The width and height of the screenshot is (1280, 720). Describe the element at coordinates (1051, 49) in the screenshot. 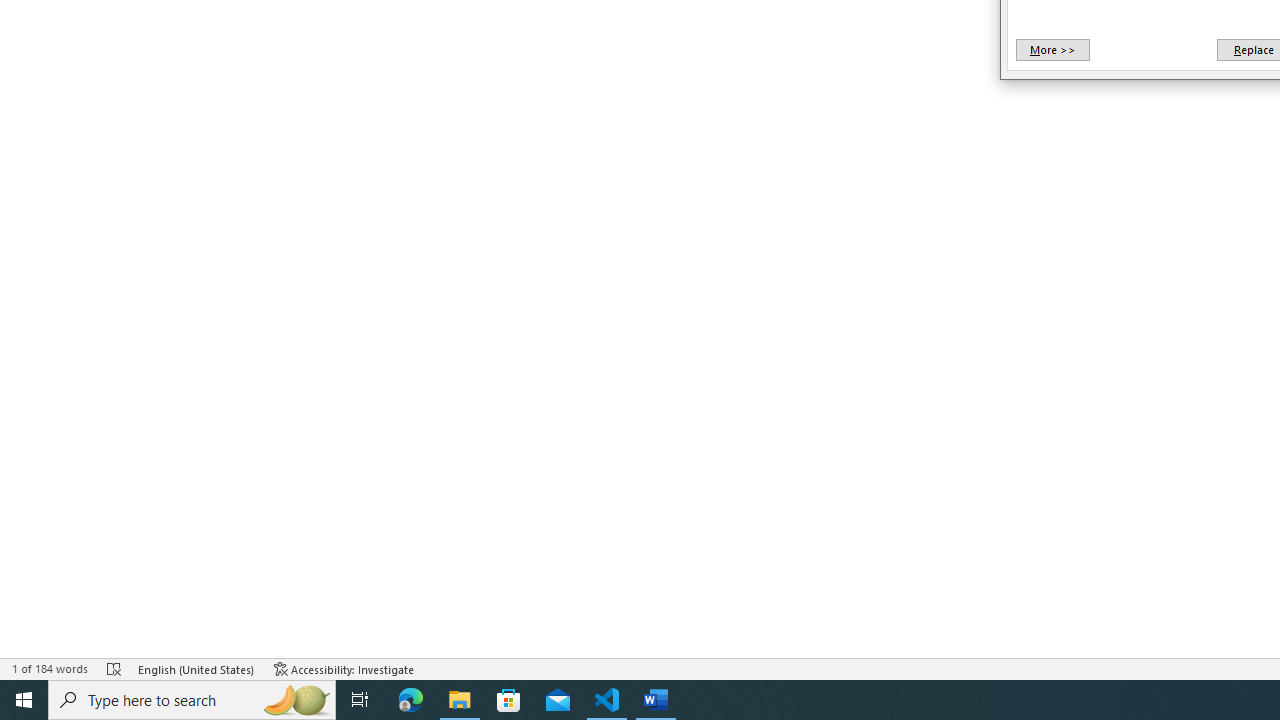

I see `'More >>'` at that location.